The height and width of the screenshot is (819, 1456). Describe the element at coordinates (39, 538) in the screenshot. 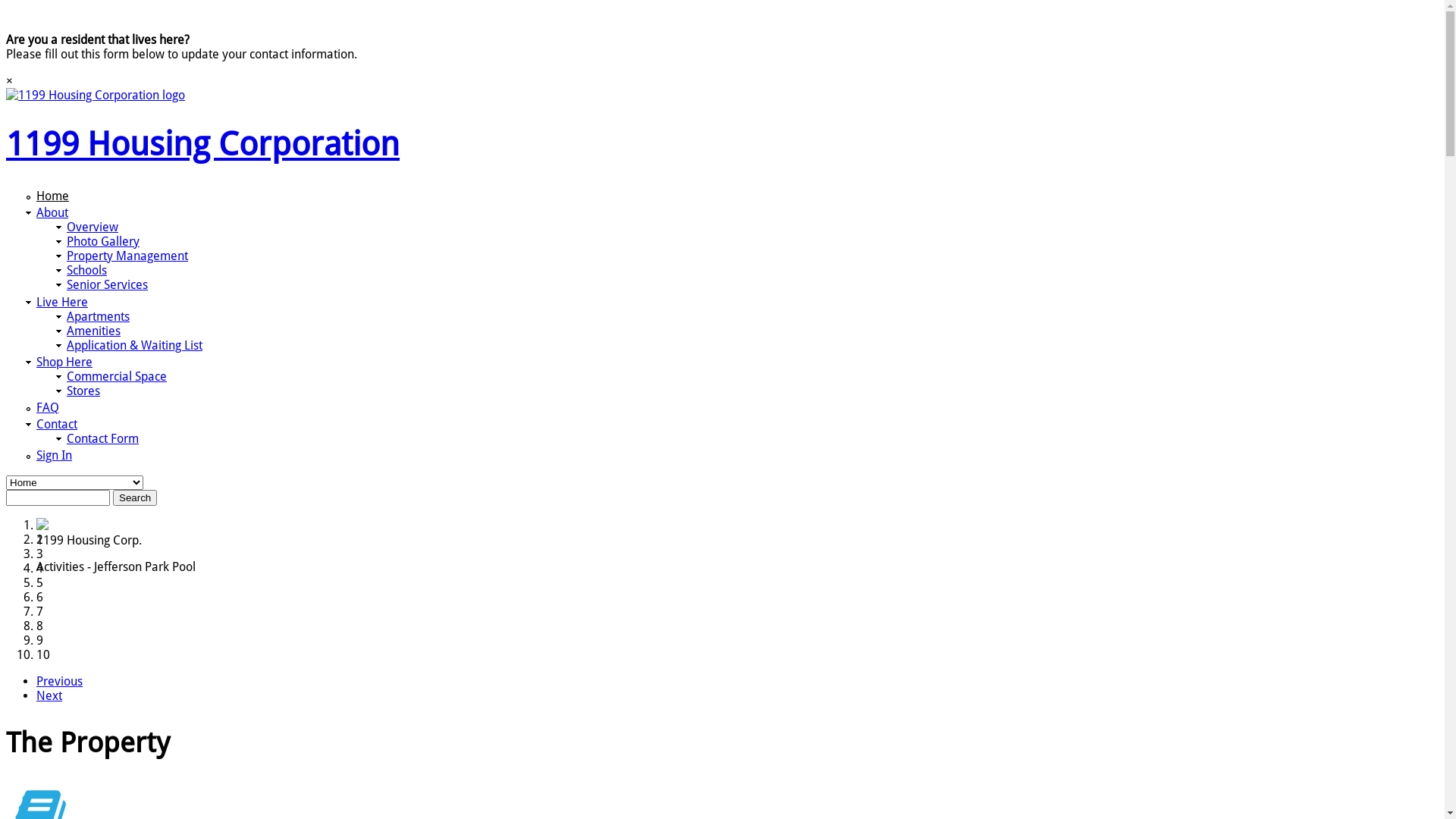

I see `'2'` at that location.